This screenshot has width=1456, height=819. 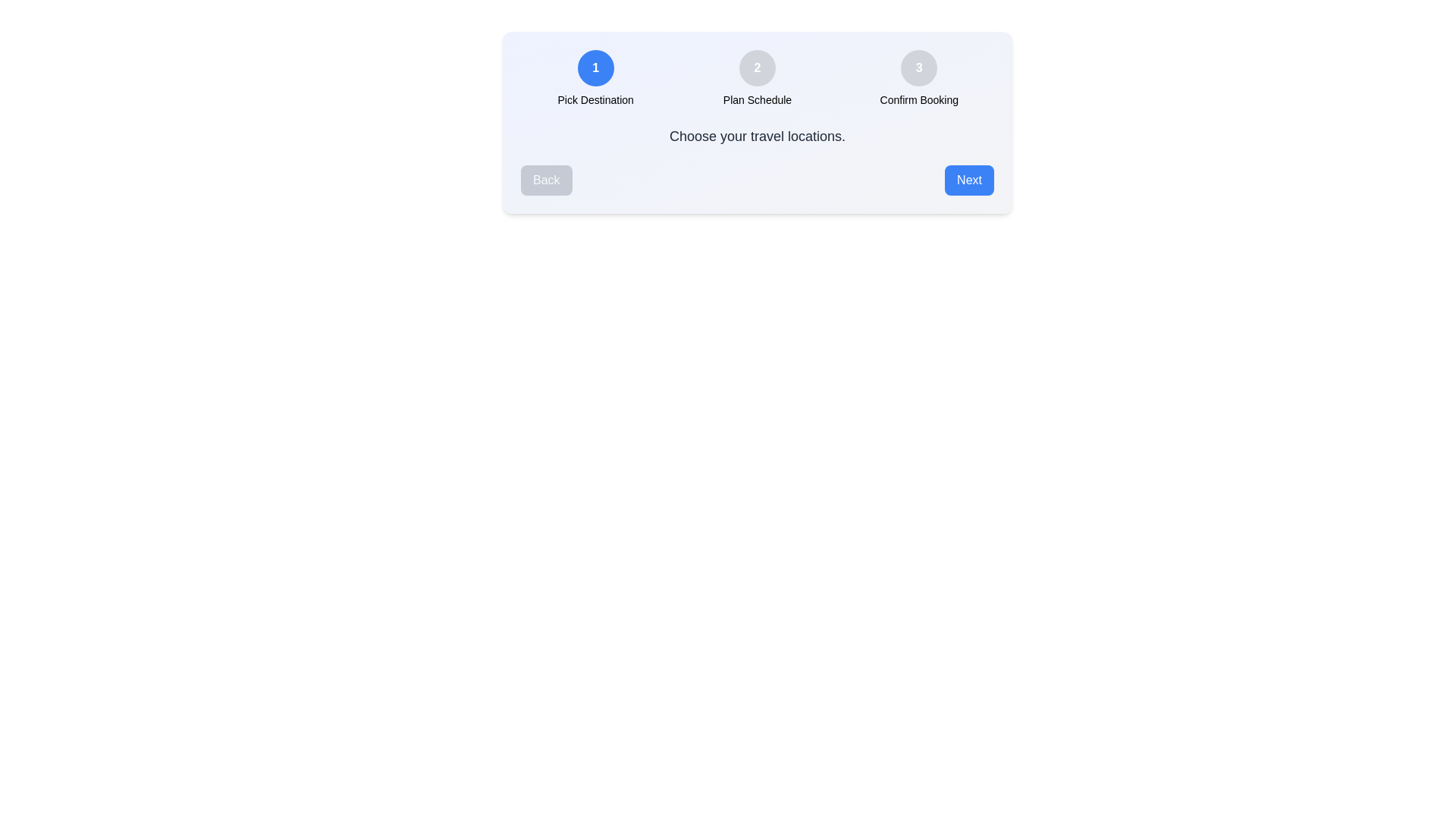 I want to click on the Next button to proceed to the next step, so click(x=968, y=180).